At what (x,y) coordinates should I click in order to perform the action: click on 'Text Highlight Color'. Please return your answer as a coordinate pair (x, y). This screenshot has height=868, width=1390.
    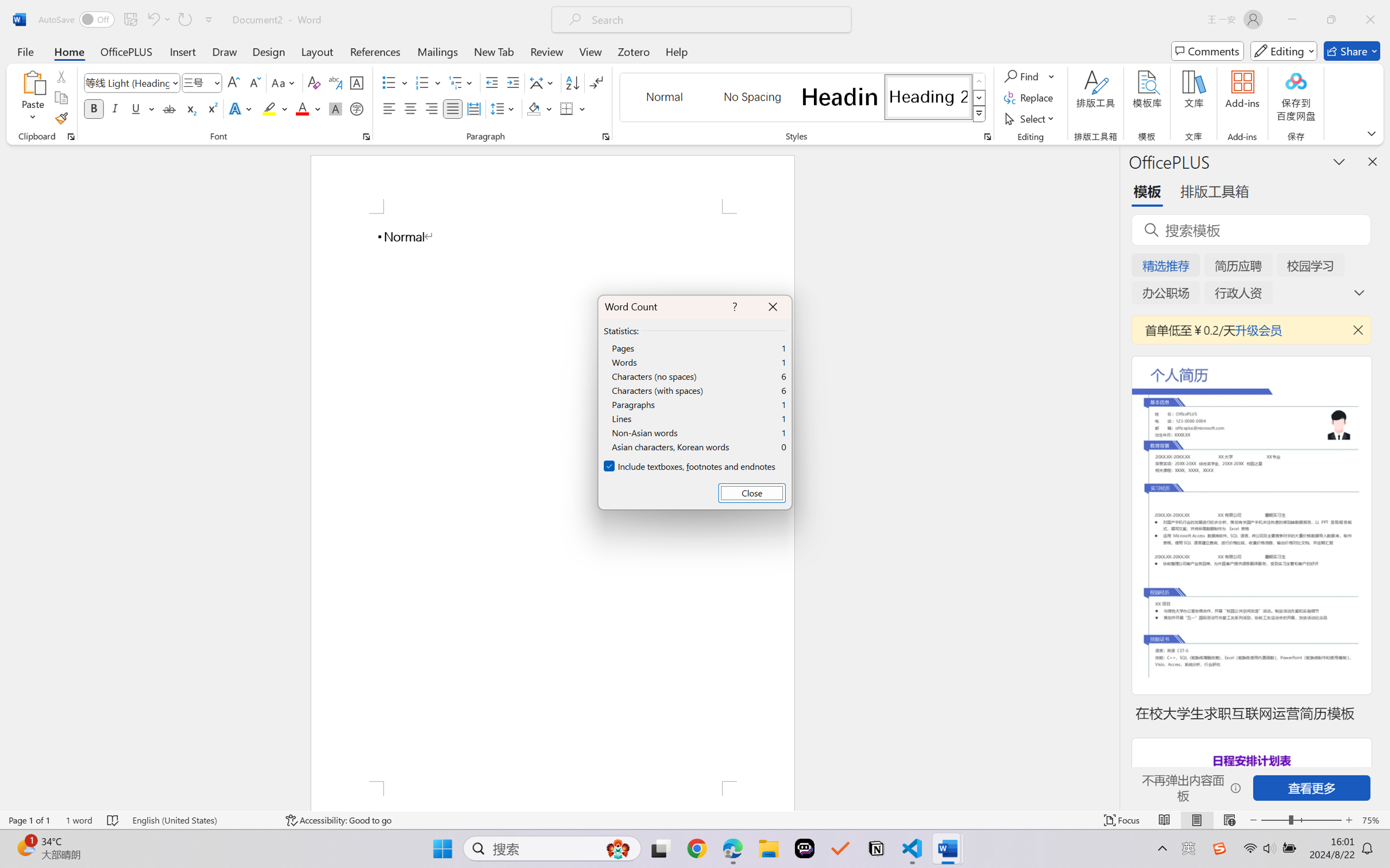
    Looking at the image, I should click on (274, 108).